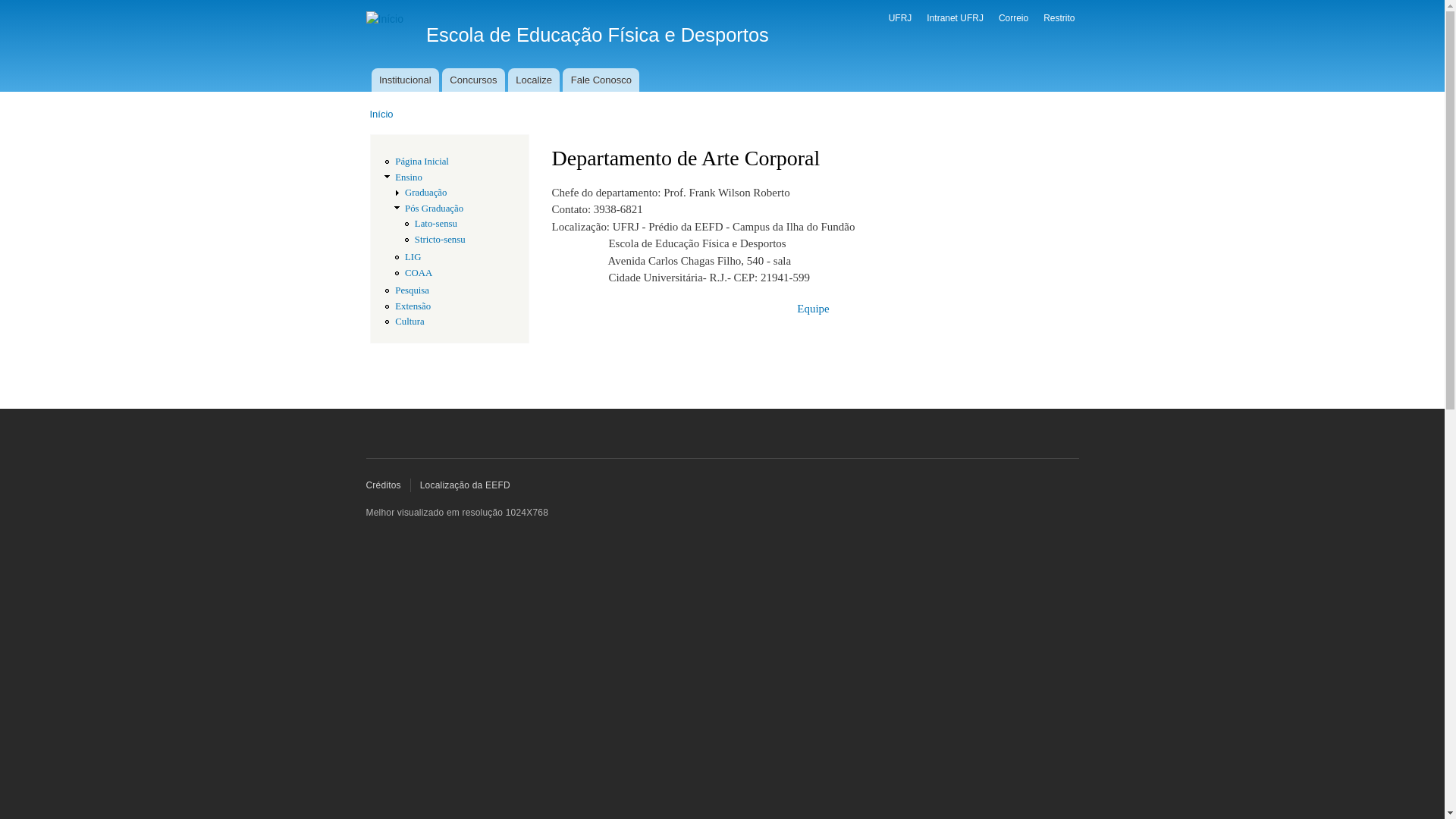 This screenshot has width=1456, height=819. Describe the element at coordinates (435, 223) in the screenshot. I see `'Lato-sensu'` at that location.